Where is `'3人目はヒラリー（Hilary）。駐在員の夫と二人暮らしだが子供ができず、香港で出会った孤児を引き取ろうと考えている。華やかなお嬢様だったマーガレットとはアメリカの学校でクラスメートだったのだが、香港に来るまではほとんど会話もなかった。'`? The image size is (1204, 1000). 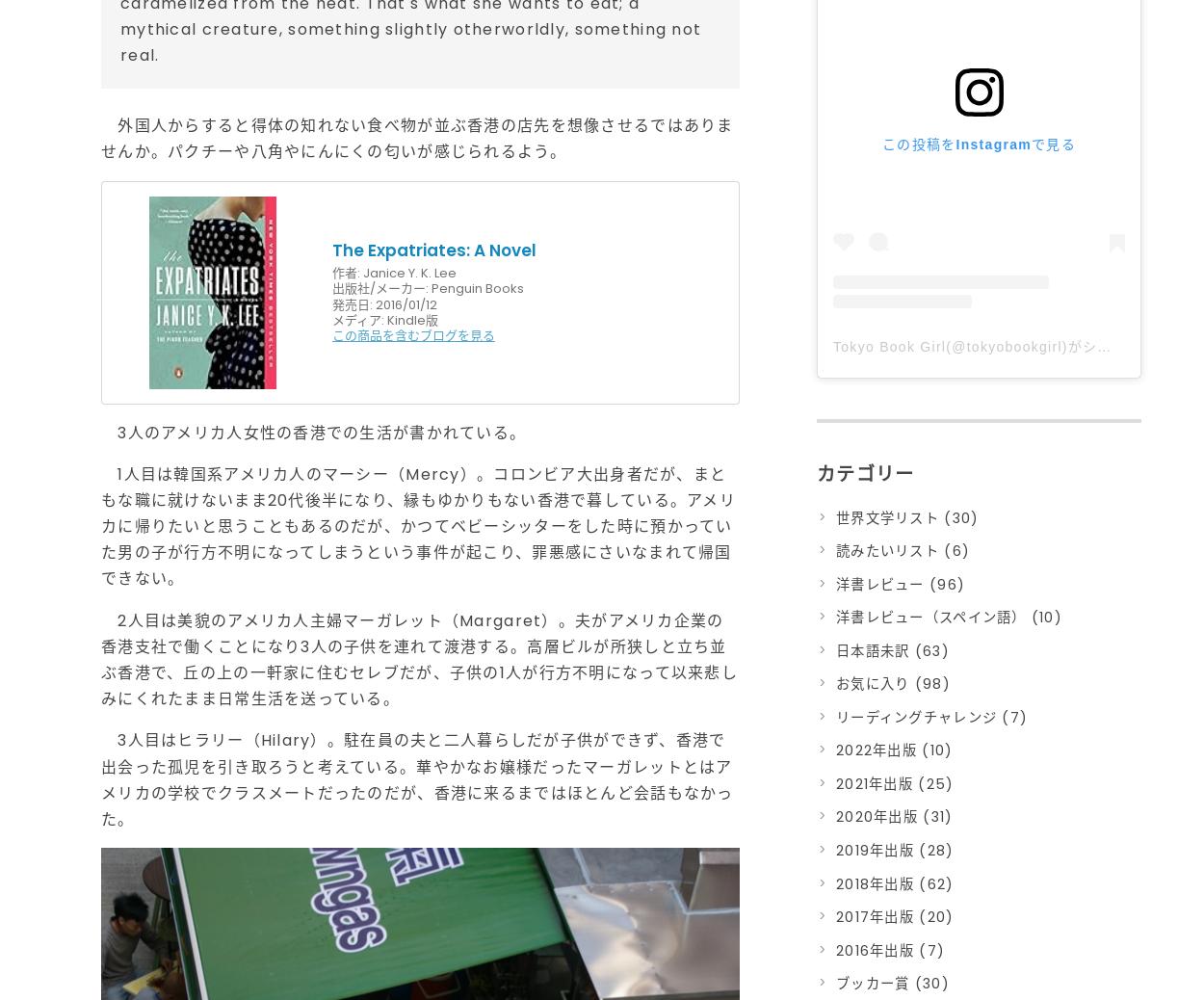
'3人目はヒラリー（Hilary）。駐在員の夫と二人暮らしだが子供ができず、香港で出会った孤児を引き取ろうと考えている。華やかなお嬢様だったマーガレットとはアメリカの学校でクラスメートだったのだが、香港に来るまではほとんど会話もなかった。' is located at coordinates (417, 779).